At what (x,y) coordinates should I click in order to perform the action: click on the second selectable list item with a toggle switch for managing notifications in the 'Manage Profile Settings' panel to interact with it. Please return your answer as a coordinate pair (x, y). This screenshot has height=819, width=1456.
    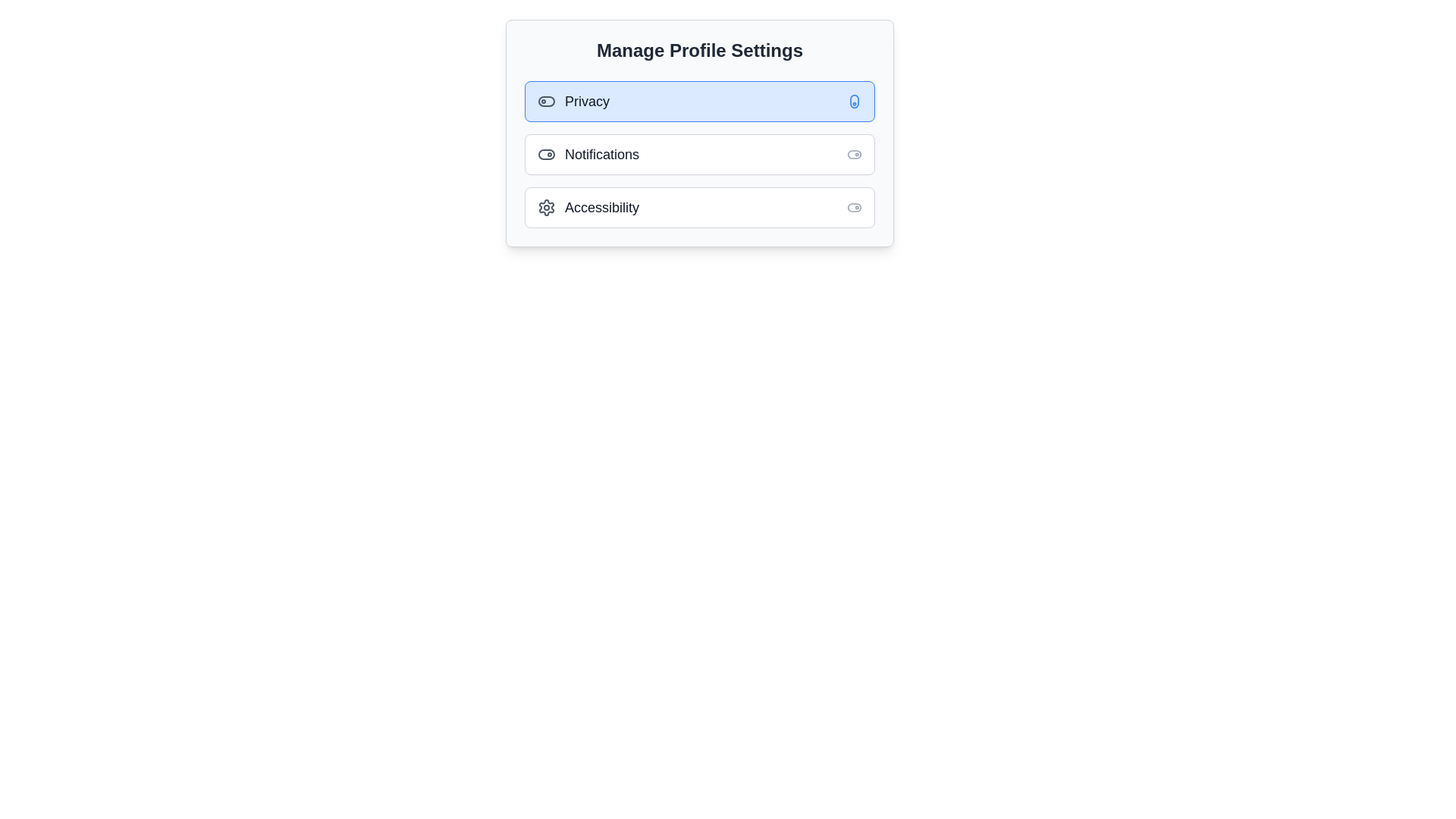
    Looking at the image, I should click on (698, 155).